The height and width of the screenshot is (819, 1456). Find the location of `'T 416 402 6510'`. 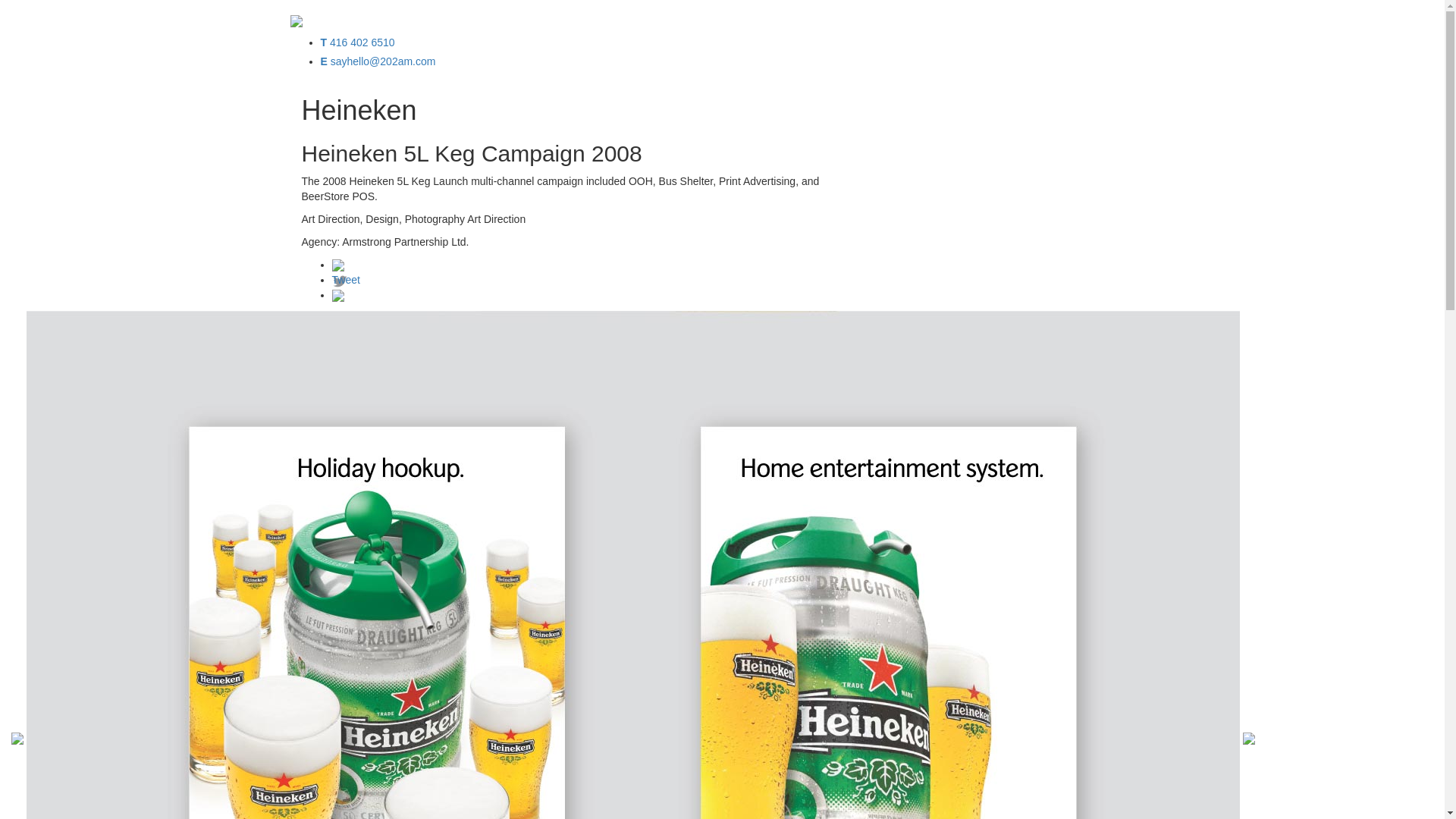

'T 416 402 6510' is located at coordinates (356, 42).